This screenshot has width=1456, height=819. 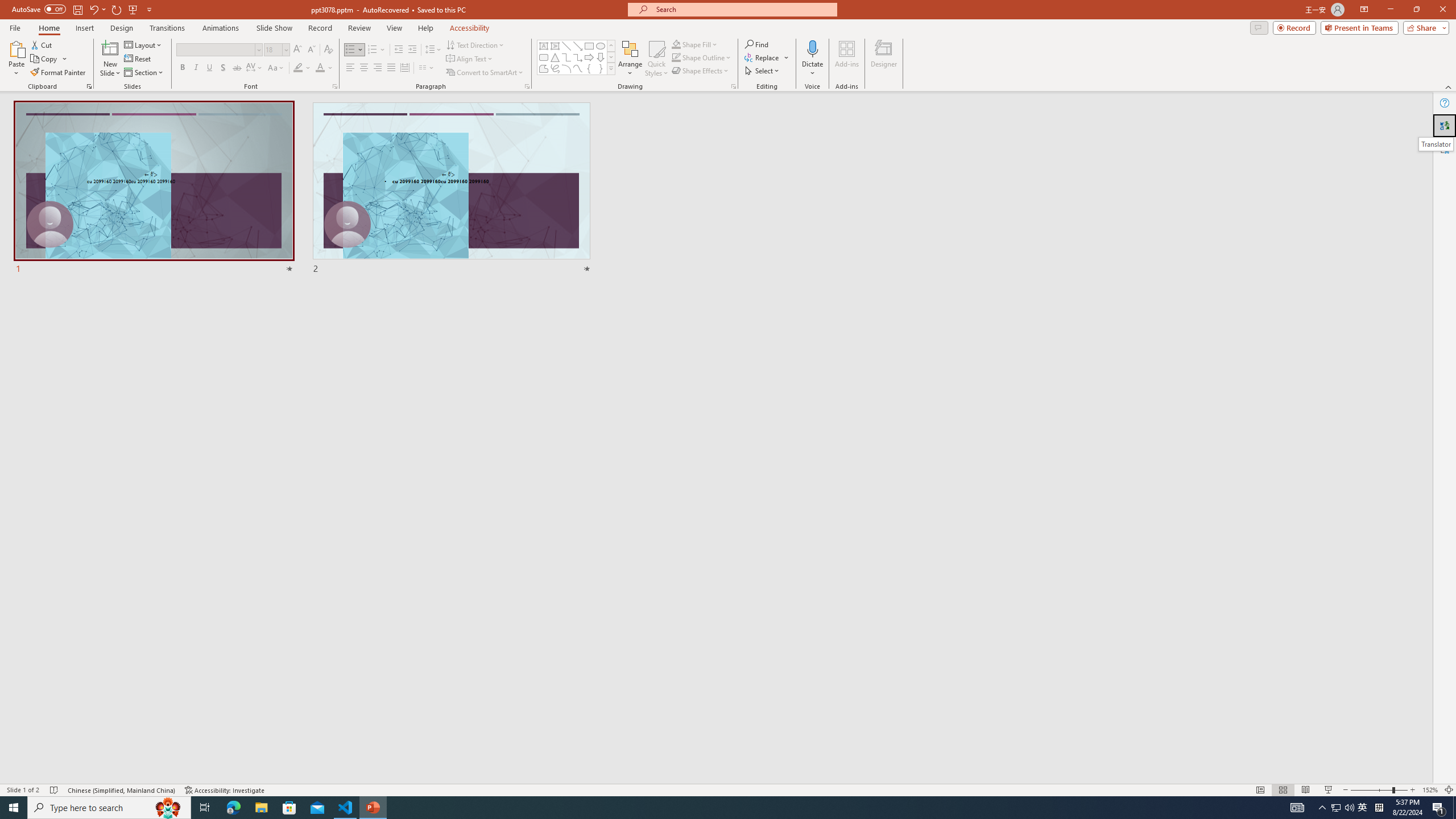 I want to click on 'Zoom', so click(x=1379, y=790).